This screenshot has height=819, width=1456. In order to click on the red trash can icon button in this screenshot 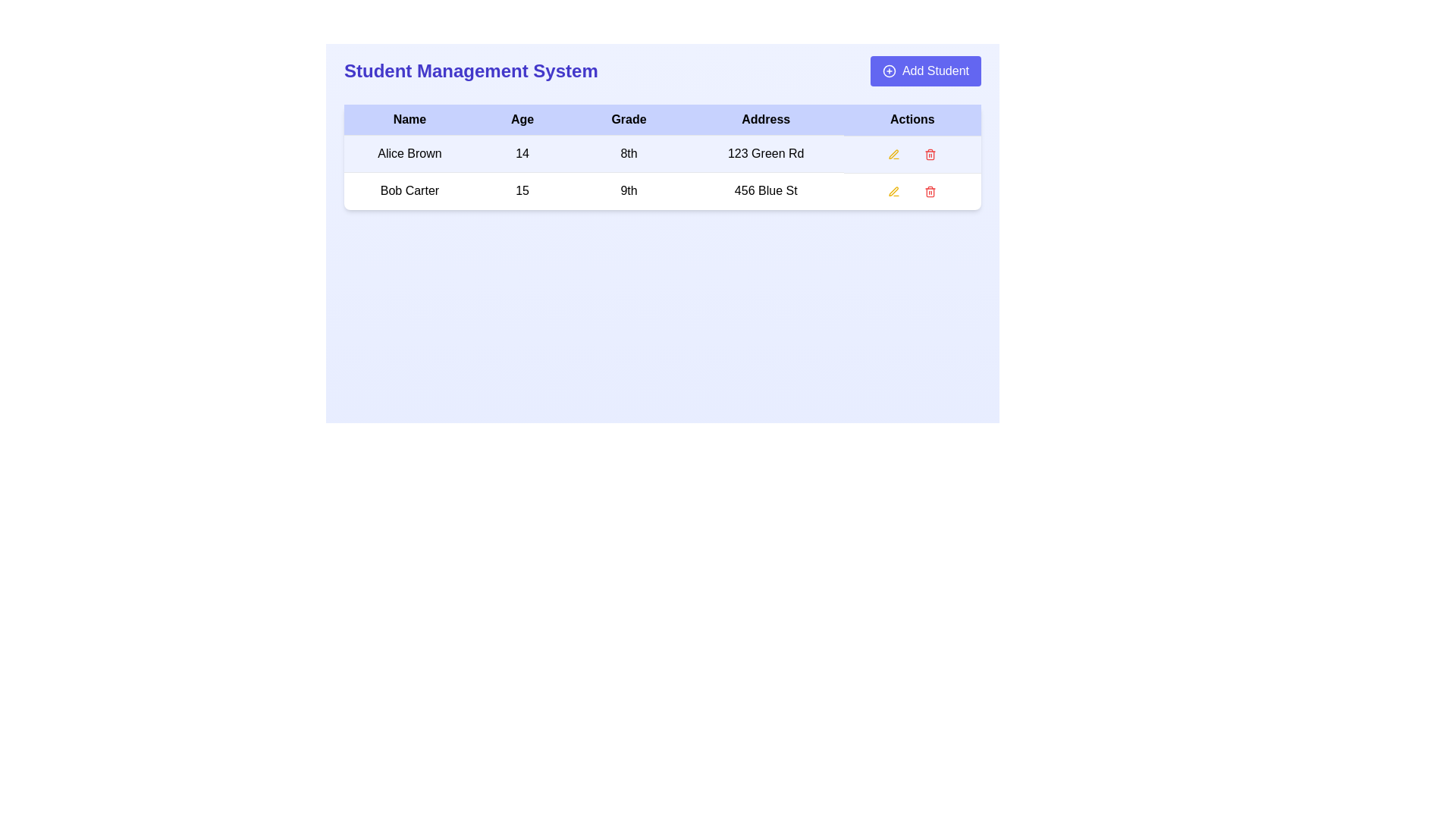, I will do `click(930, 190)`.